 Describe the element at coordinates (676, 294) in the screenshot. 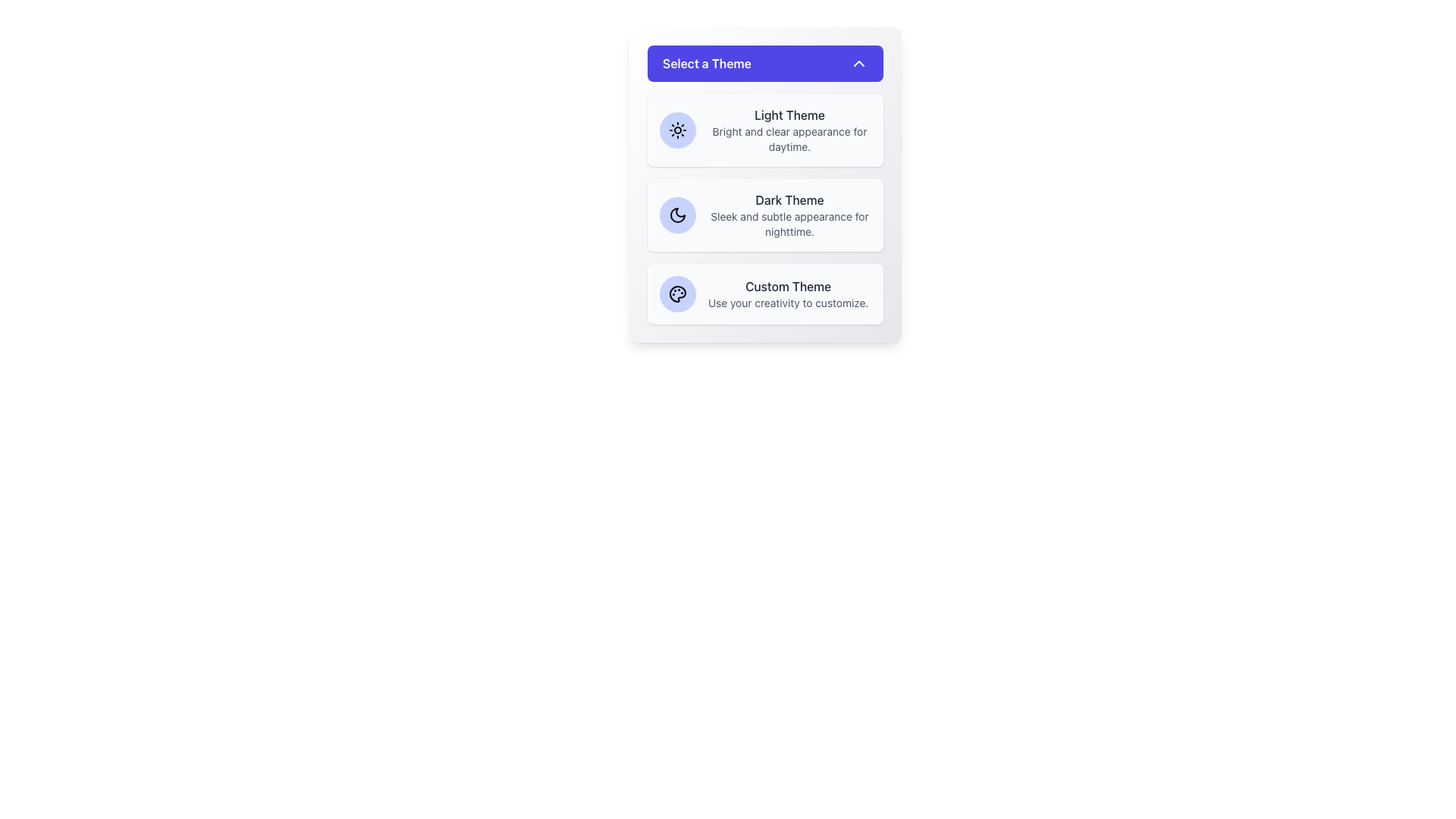

I see `the button containing the decorative palette icon representing the 'Custom Theme' option` at that location.